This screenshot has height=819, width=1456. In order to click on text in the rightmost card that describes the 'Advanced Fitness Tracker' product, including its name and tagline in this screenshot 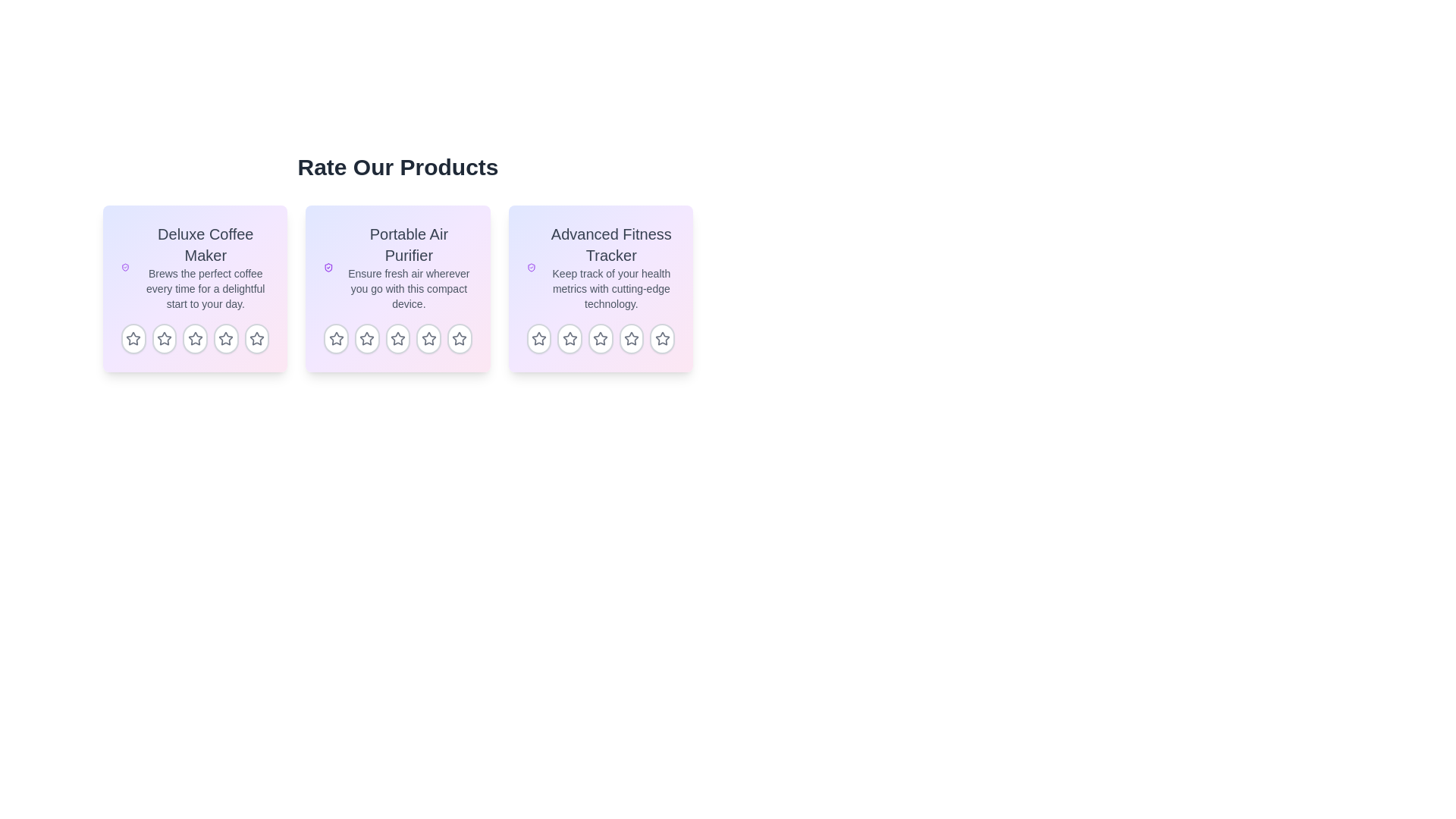, I will do `click(611, 267)`.